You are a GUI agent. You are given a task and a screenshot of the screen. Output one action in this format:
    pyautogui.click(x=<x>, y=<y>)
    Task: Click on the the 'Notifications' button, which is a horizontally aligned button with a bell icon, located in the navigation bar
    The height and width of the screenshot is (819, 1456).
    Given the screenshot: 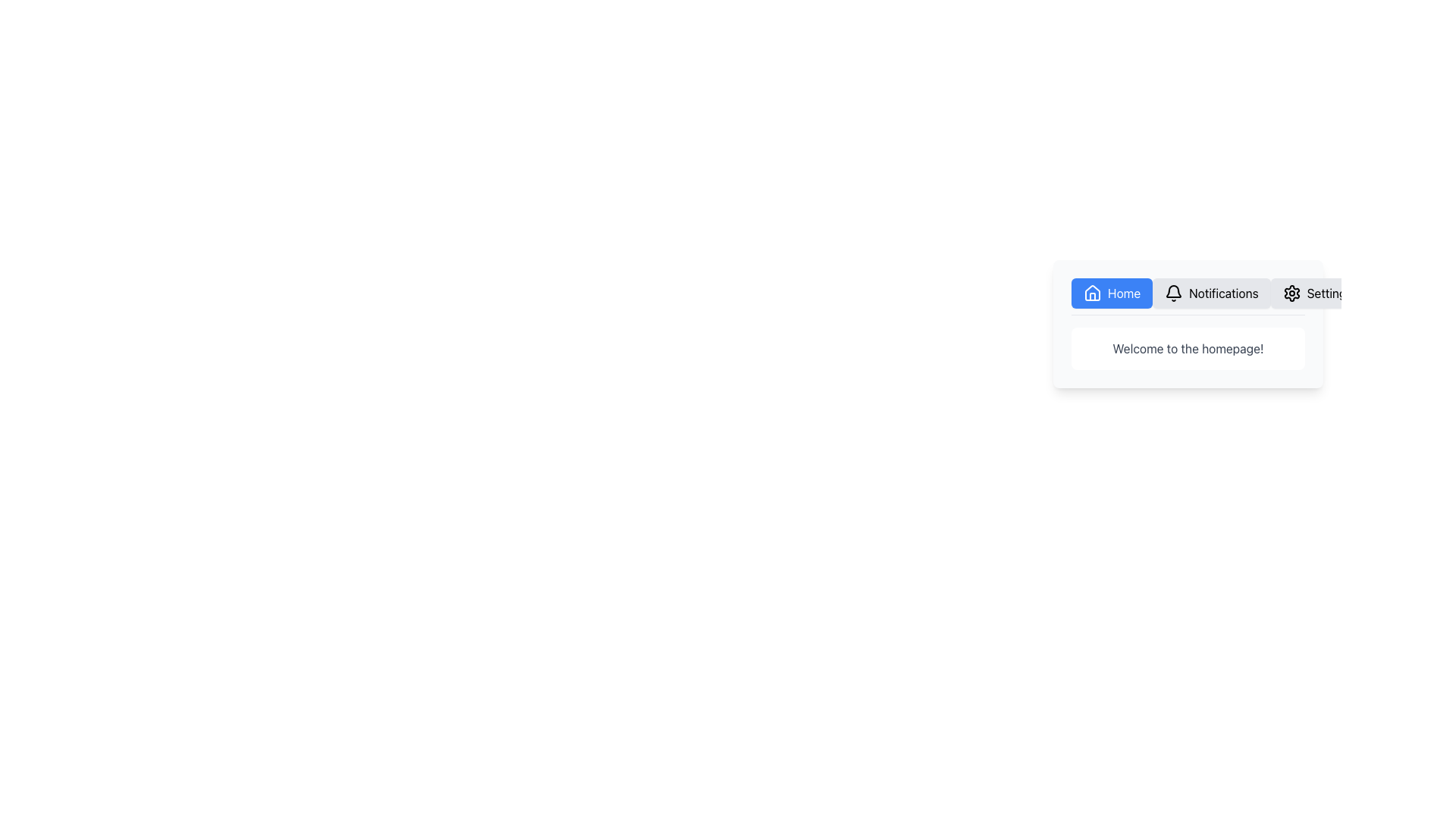 What is the action you would take?
    pyautogui.click(x=1210, y=293)
    